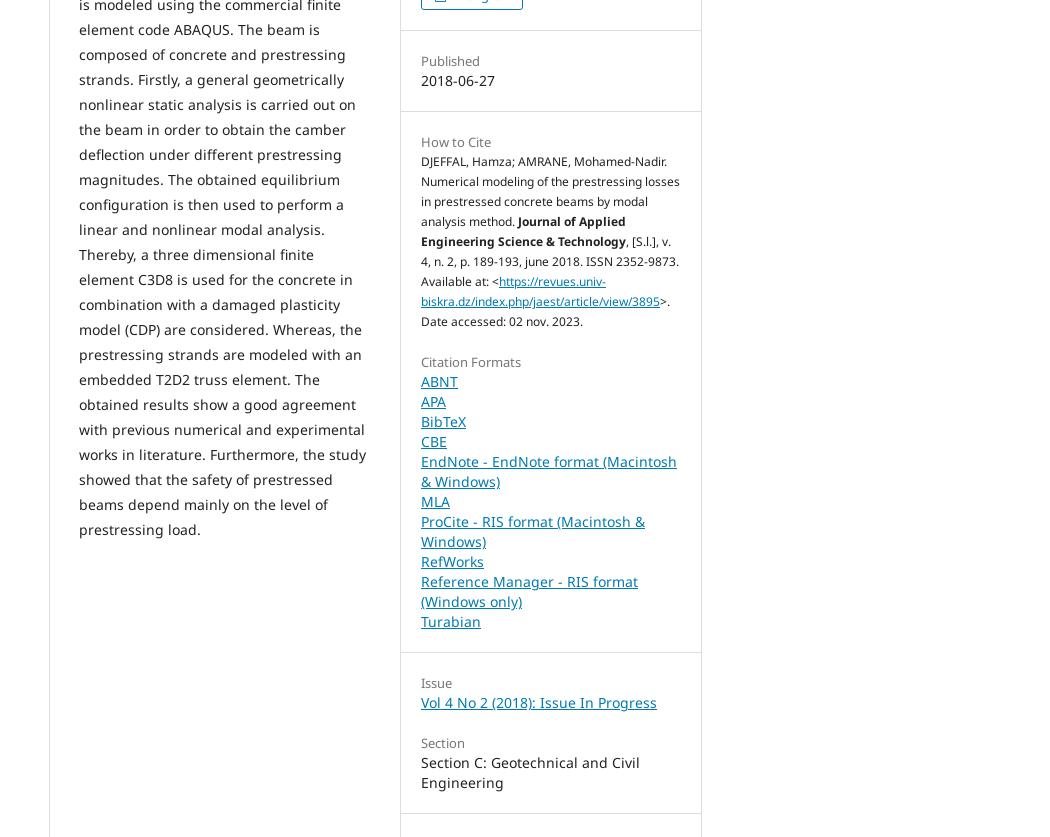 The image size is (1050, 837). I want to click on 'BibTeX', so click(442, 420).